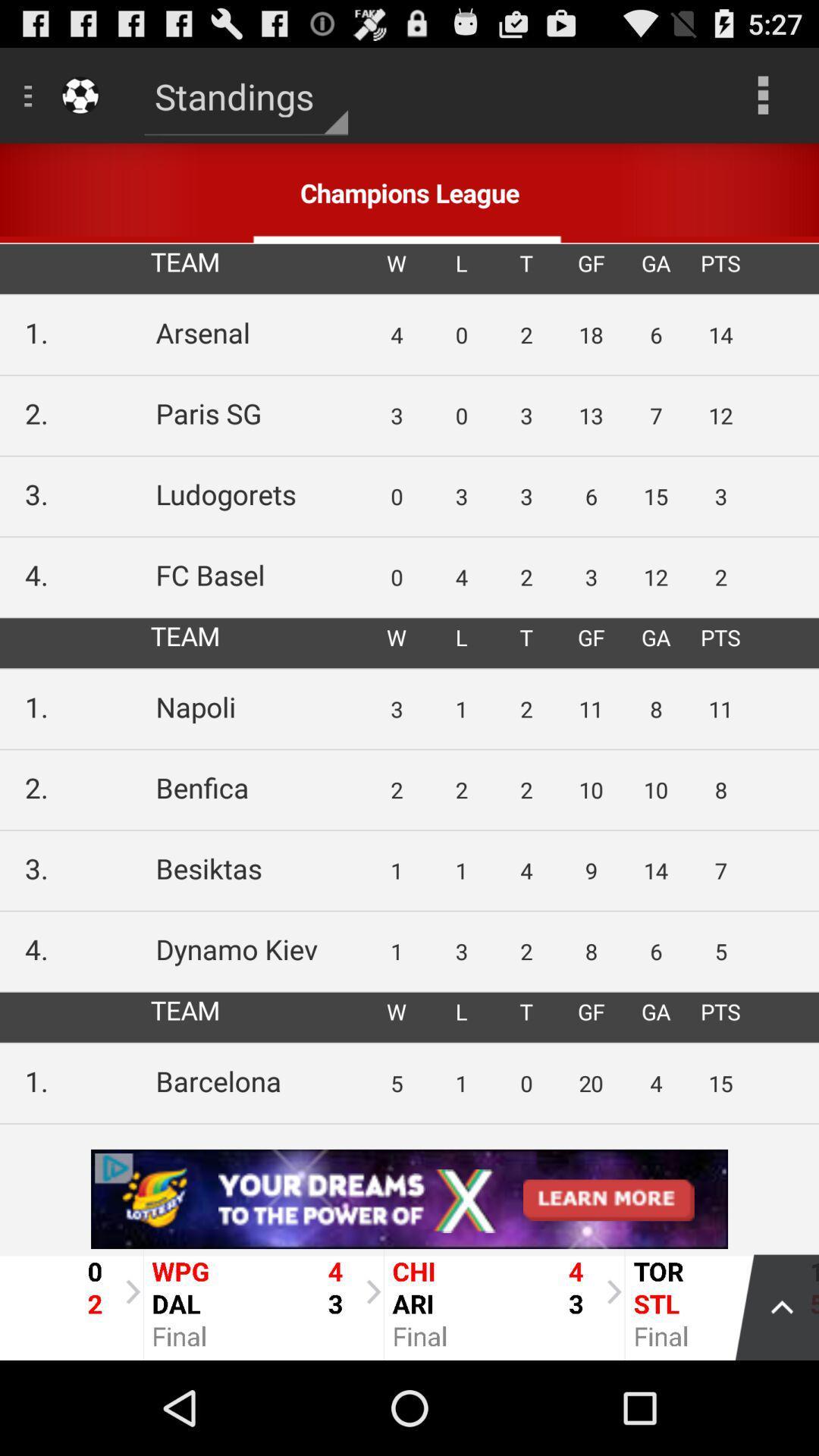  Describe the element at coordinates (769, 1395) in the screenshot. I see `the expand_less icon` at that location.